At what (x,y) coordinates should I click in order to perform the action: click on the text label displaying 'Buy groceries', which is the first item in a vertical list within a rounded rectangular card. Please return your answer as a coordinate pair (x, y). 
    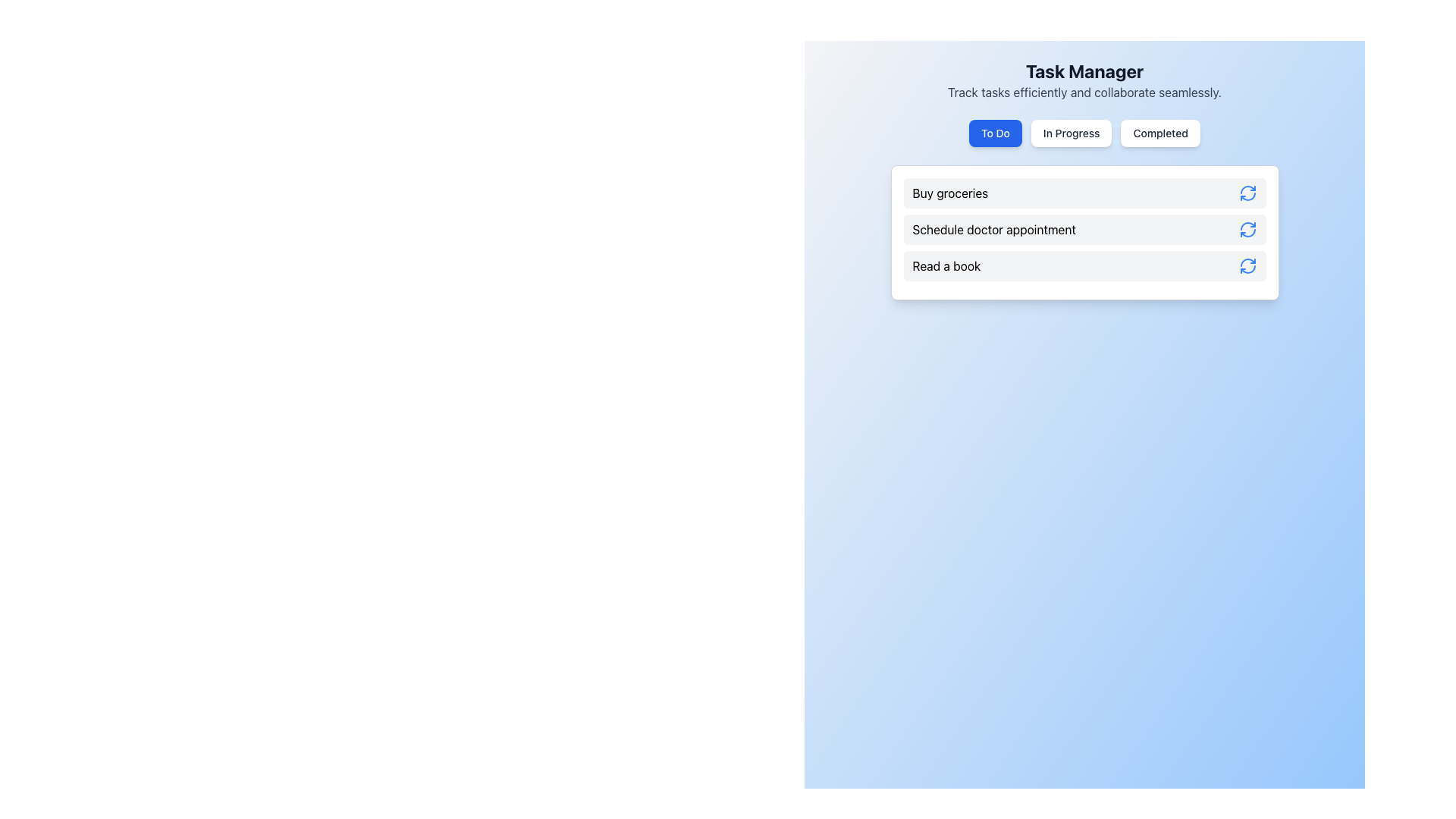
    Looking at the image, I should click on (949, 192).